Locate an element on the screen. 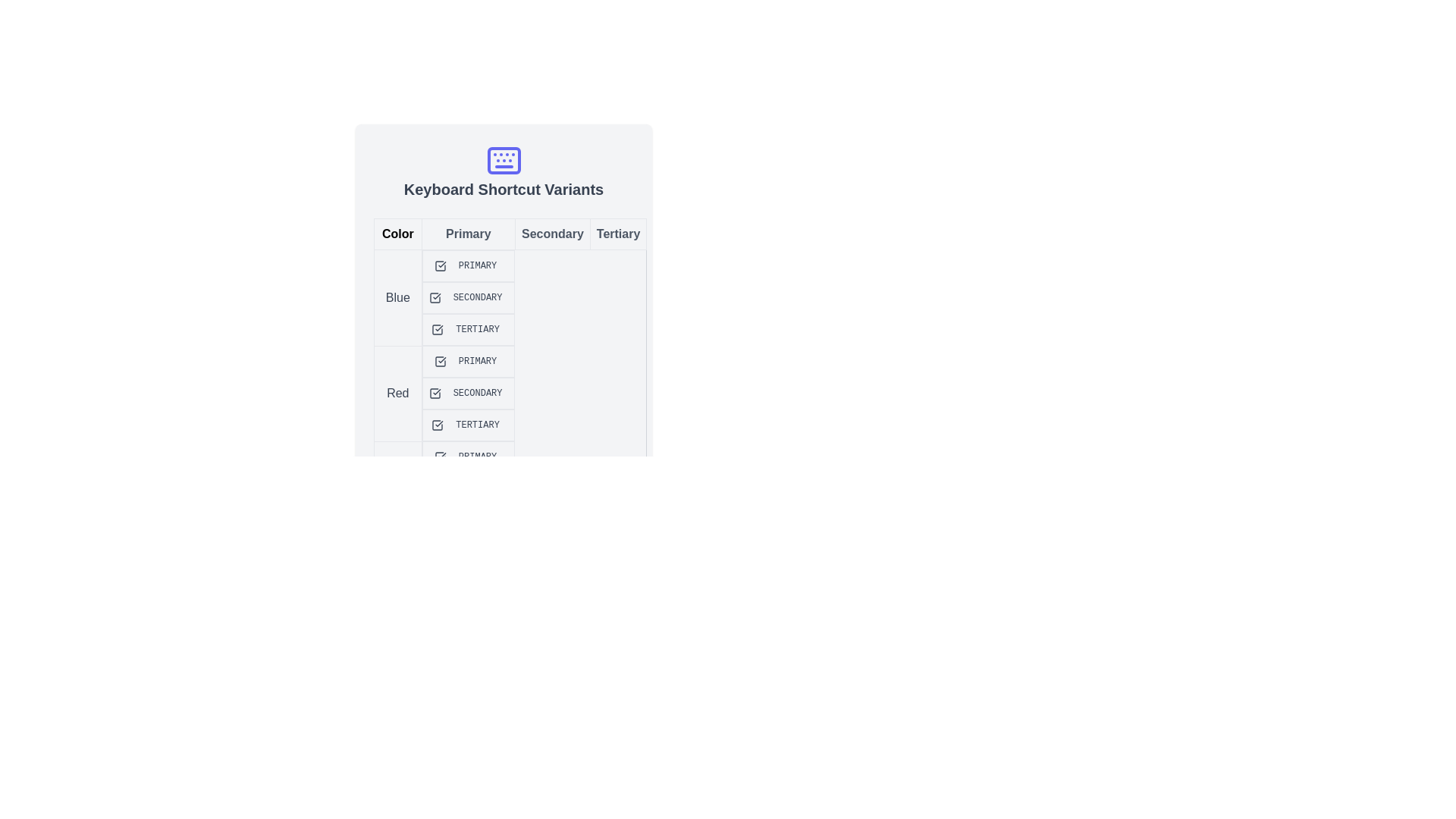 The width and height of the screenshot is (1456, 819). the red-tinted checkmark icon located in the 'Secondary' column of the row labeled 'Red' in the table is located at coordinates (434, 393).